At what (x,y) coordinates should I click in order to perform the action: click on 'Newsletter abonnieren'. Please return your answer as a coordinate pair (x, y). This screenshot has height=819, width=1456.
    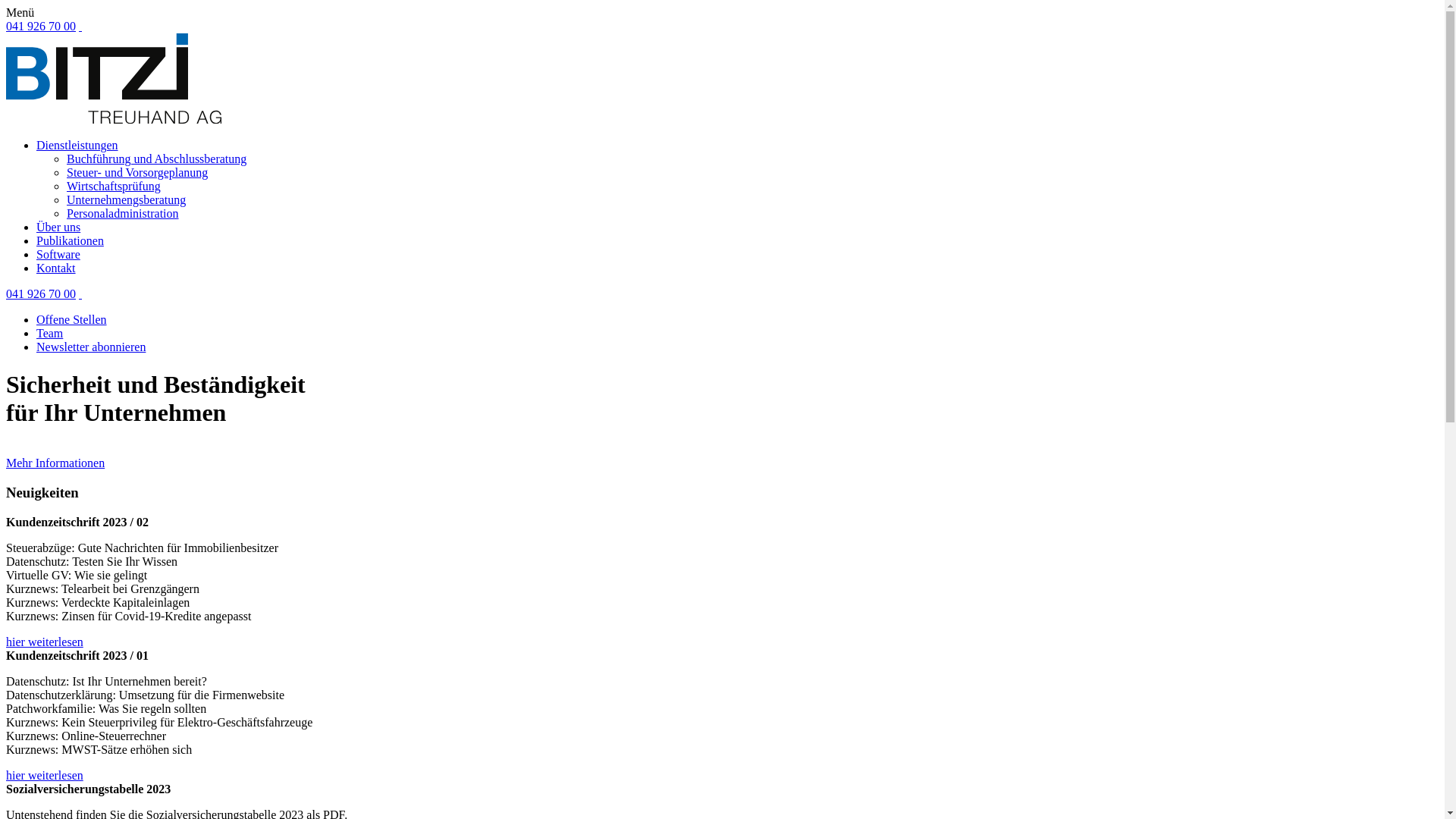
    Looking at the image, I should click on (36, 347).